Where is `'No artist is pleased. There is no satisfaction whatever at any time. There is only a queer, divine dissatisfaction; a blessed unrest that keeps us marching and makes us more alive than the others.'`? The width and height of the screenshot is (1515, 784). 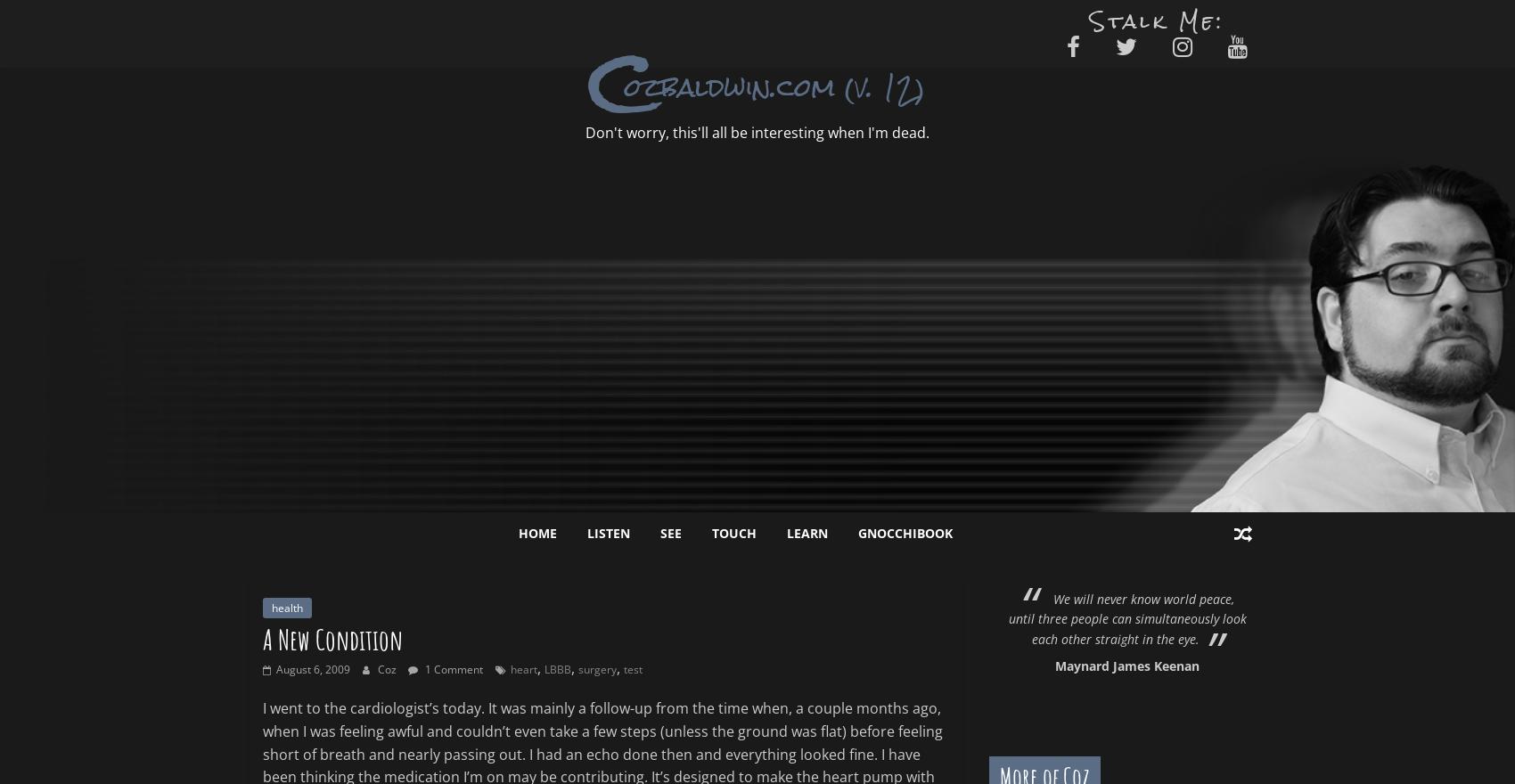
'No artist is pleased. There is no satisfaction whatever at any time. There is only a queer, divine dissatisfaction; a blessed unrest that keeps us marching and makes us more alive than the others.' is located at coordinates (646, 638).